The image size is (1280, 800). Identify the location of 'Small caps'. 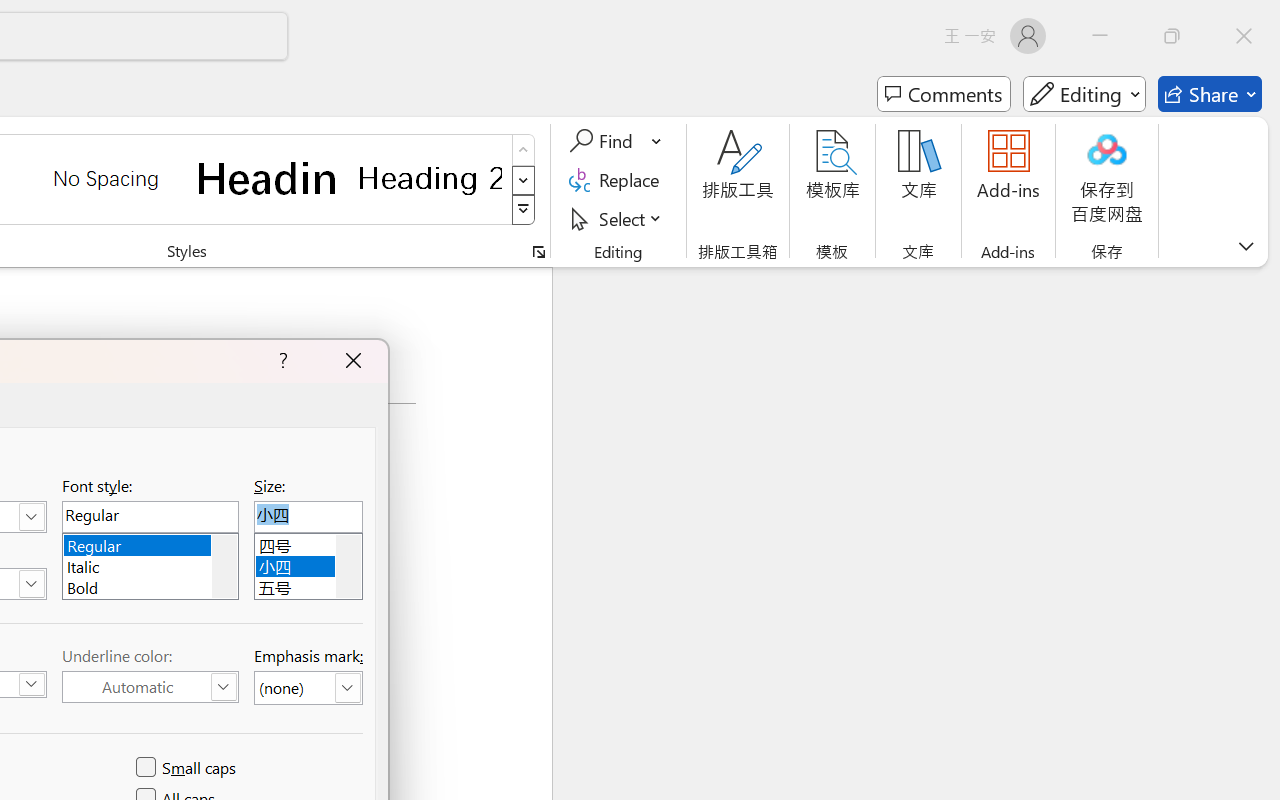
(188, 767).